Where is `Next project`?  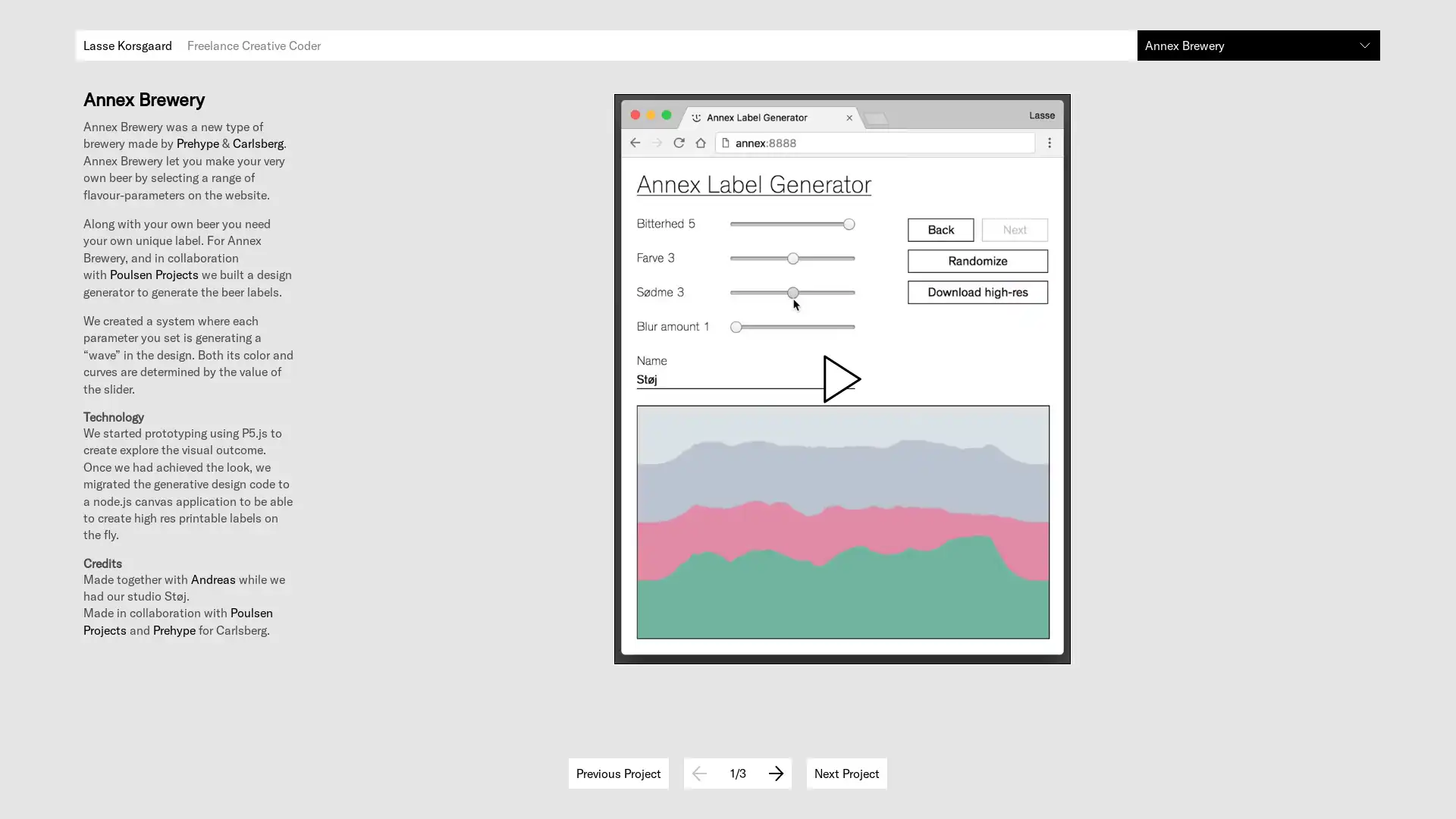
Next project is located at coordinates (846, 773).